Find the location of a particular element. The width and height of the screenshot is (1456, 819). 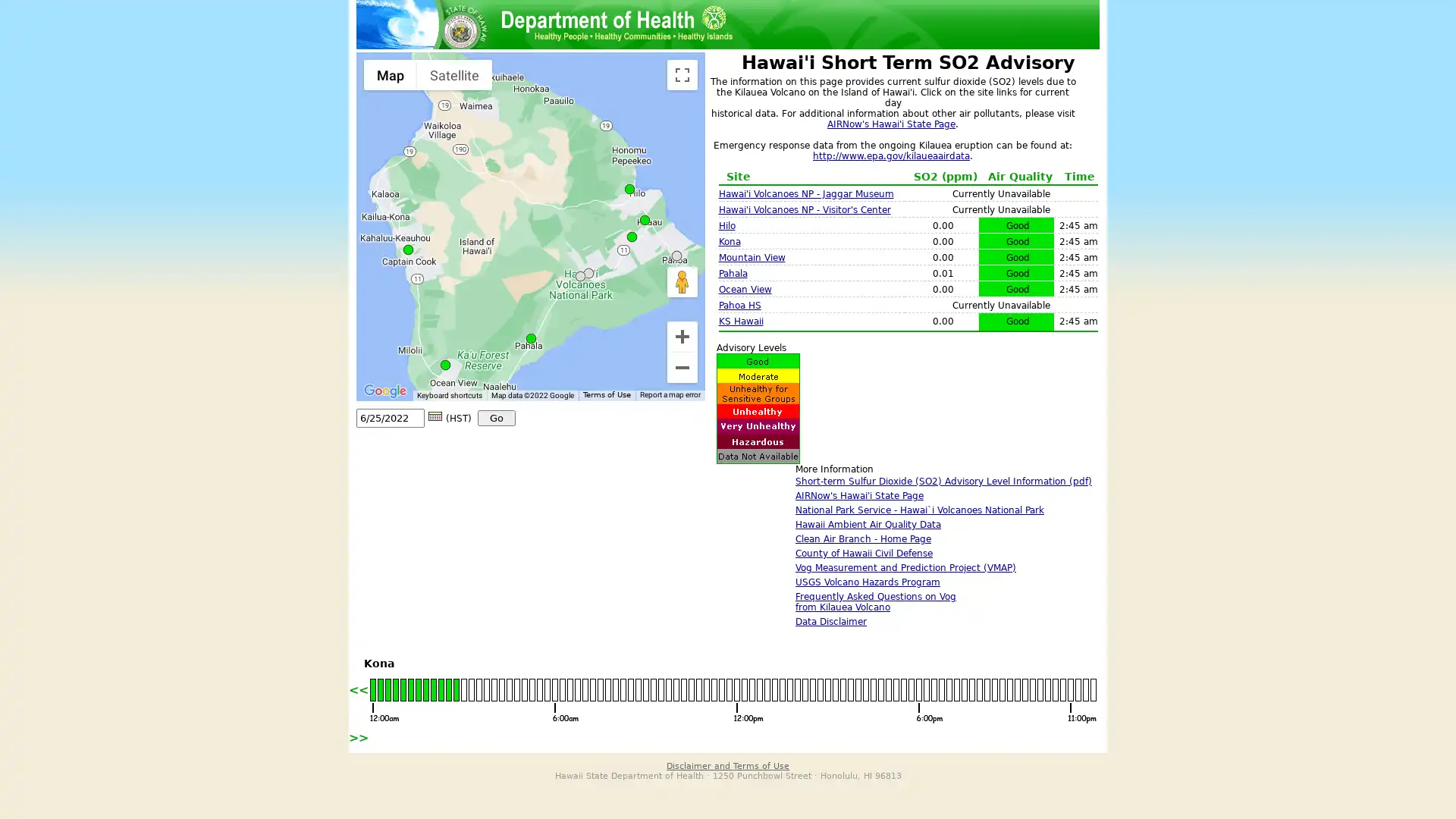

Ocean View: SO2 0.00 ppm (Good) on 06/25 at 02:45 am is located at coordinates (444, 365).